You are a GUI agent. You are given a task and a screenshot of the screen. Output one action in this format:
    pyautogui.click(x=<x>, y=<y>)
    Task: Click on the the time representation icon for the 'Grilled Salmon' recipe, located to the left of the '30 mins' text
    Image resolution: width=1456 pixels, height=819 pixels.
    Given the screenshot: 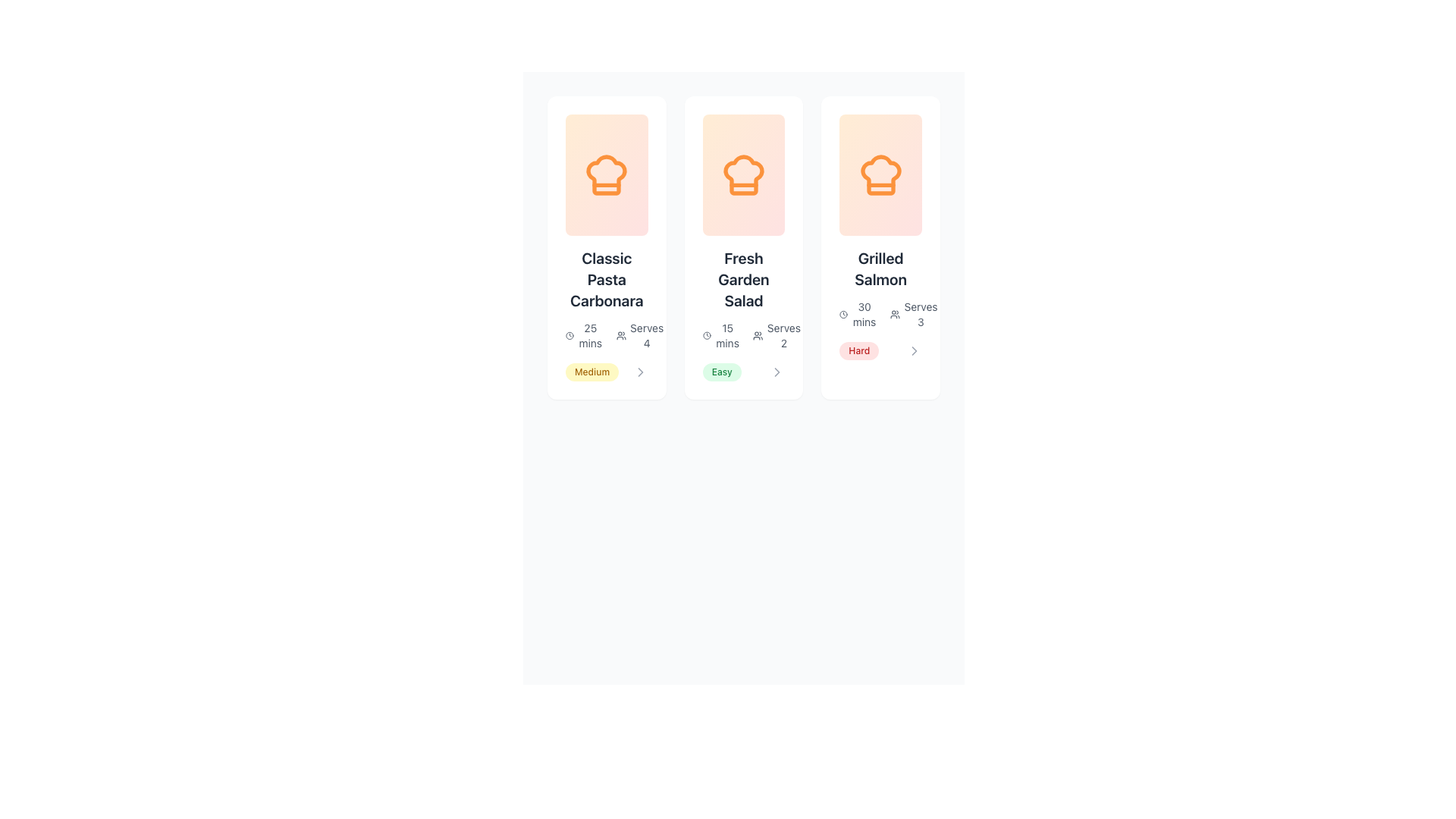 What is the action you would take?
    pyautogui.click(x=843, y=314)
    